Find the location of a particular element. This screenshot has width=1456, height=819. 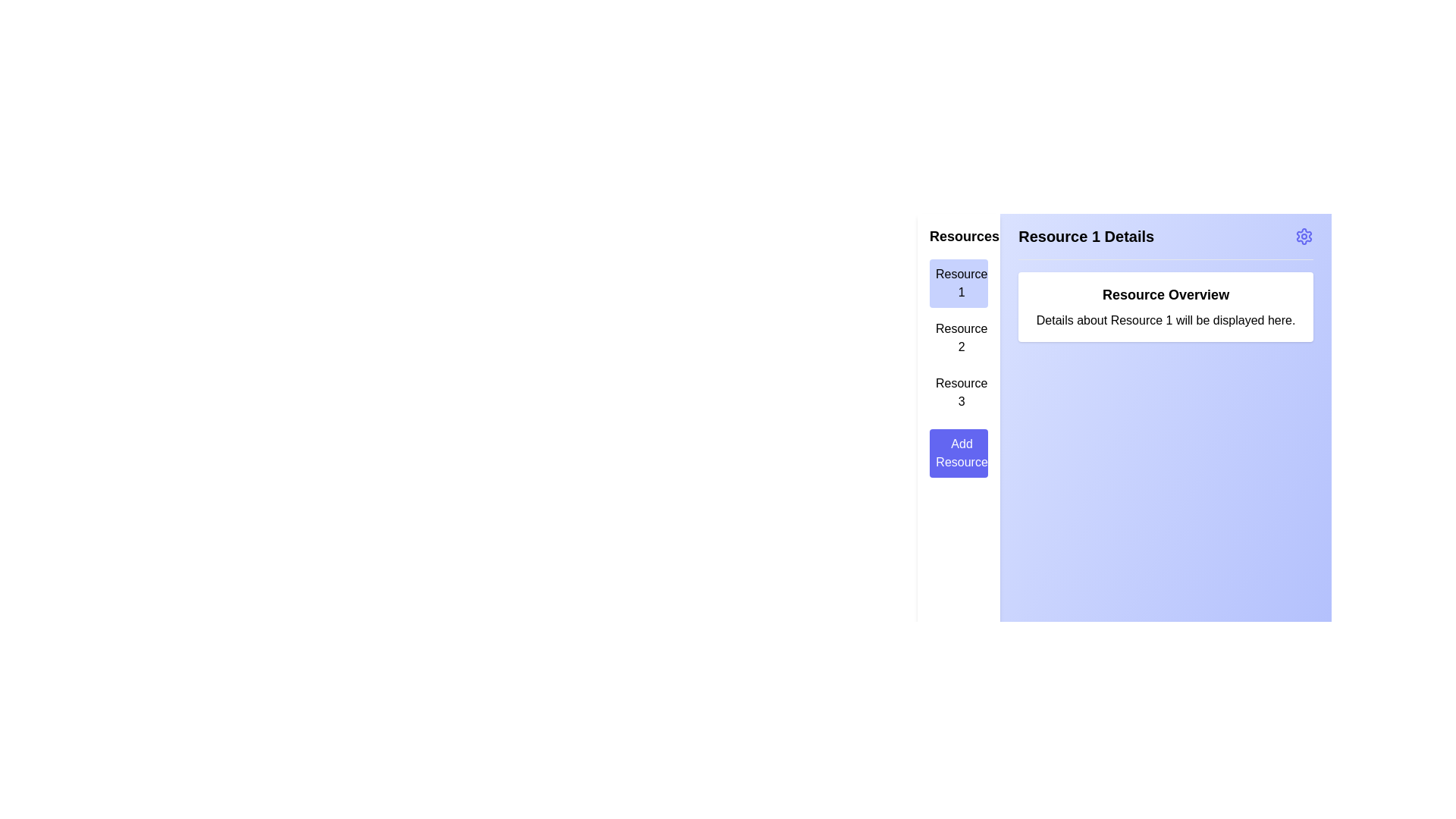

the 'Settings' icon in the top-right corner of the main content area is located at coordinates (1303, 237).